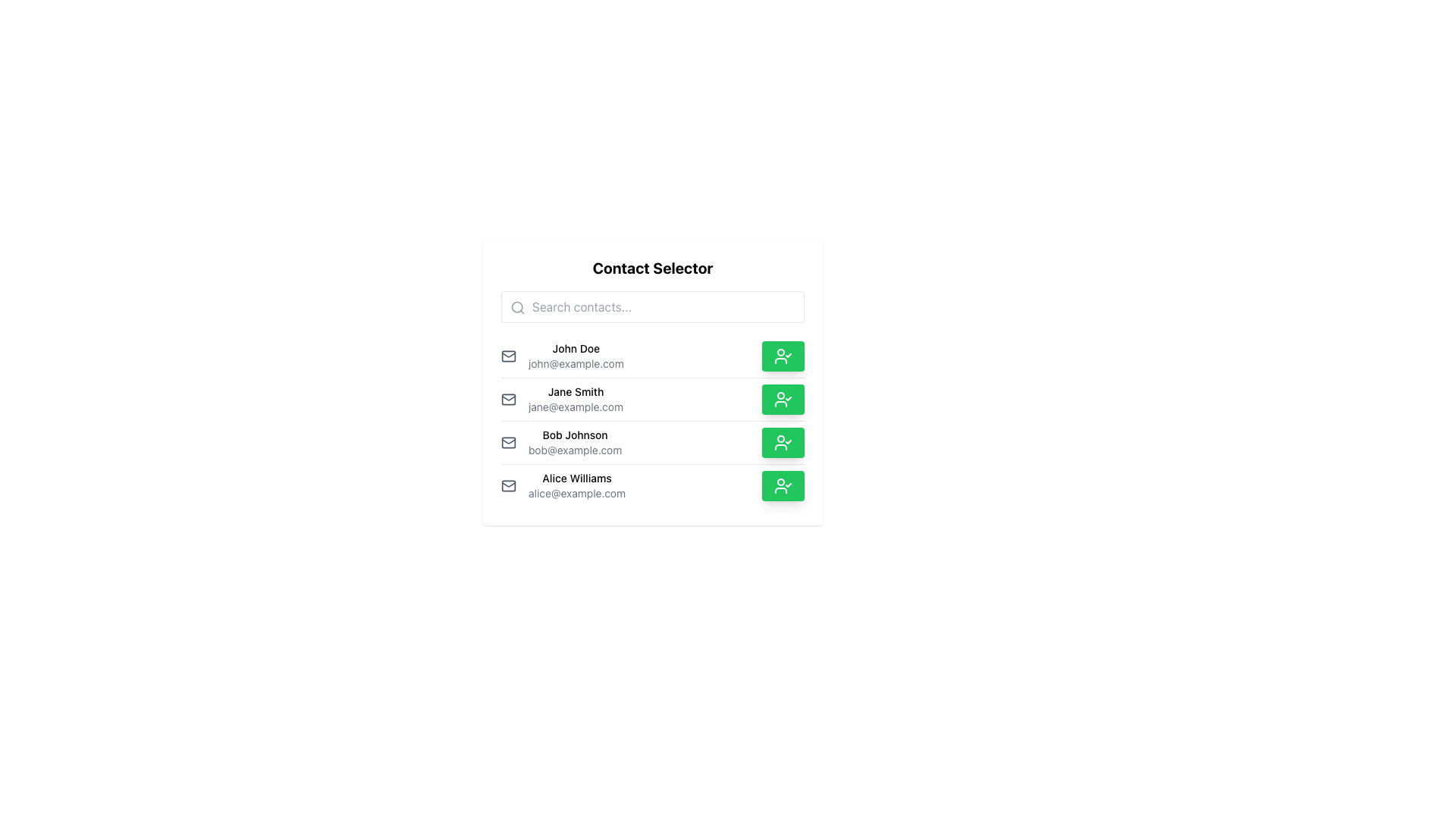 The height and width of the screenshot is (819, 1456). Describe the element at coordinates (783, 442) in the screenshot. I see `the SVG icon inside the green button for 'Bob Johnson'` at that location.